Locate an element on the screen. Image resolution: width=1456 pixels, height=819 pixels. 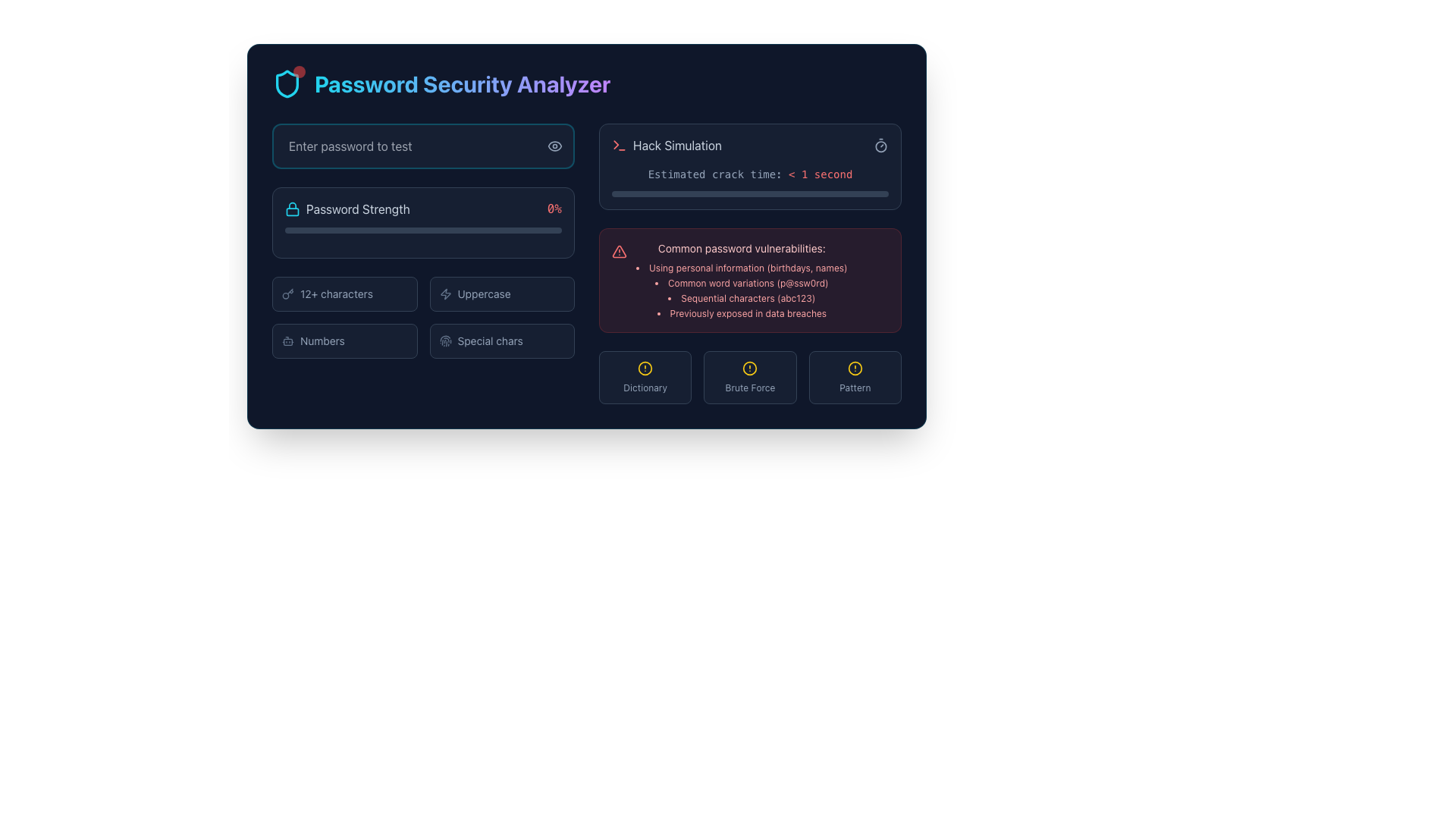
the text label displaying '12+ characters' in light gray color, which is located next to a key-shaped icon is located at coordinates (335, 294).